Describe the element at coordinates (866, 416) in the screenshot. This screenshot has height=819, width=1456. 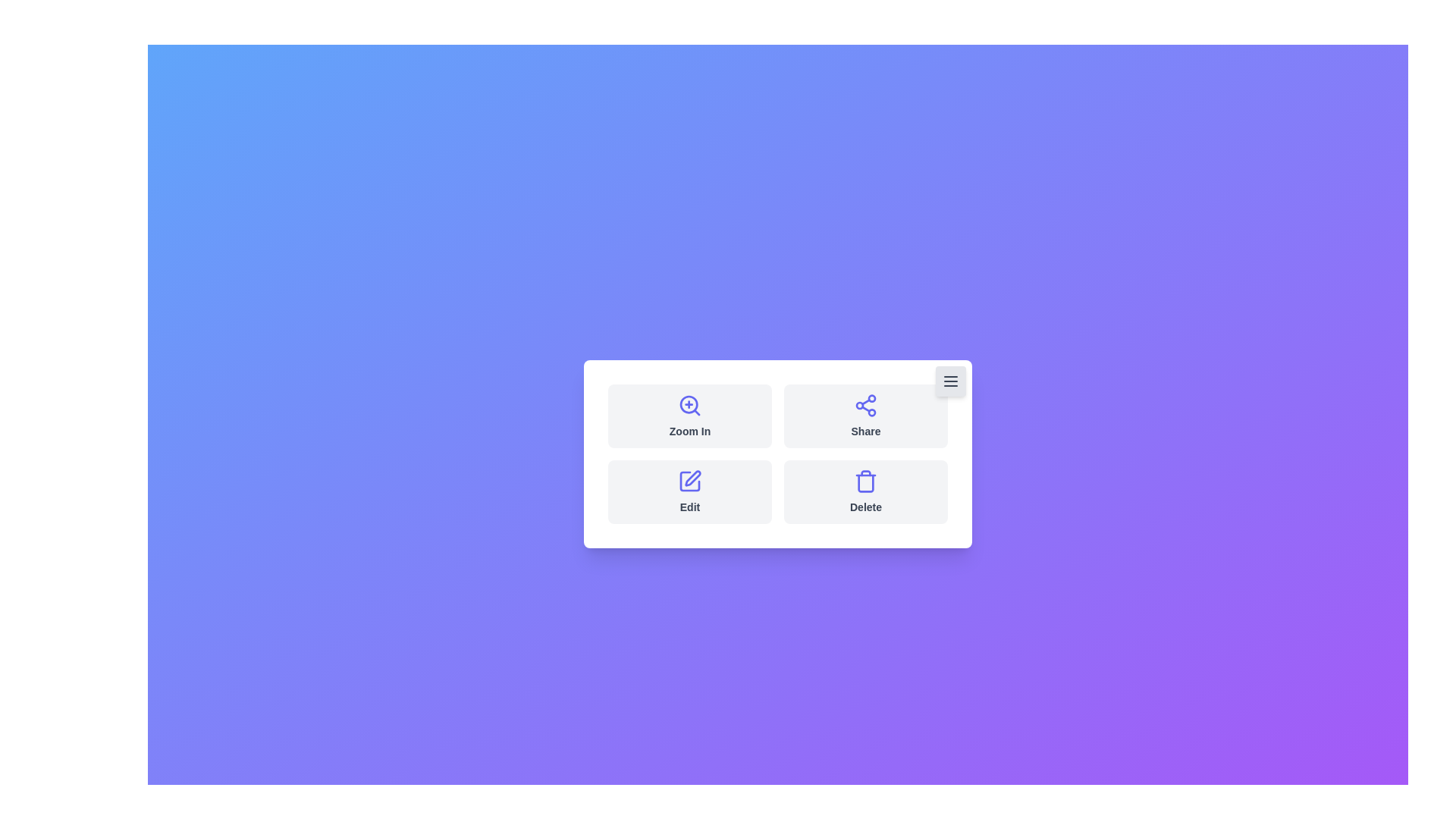
I see `the 'Share' button` at that location.